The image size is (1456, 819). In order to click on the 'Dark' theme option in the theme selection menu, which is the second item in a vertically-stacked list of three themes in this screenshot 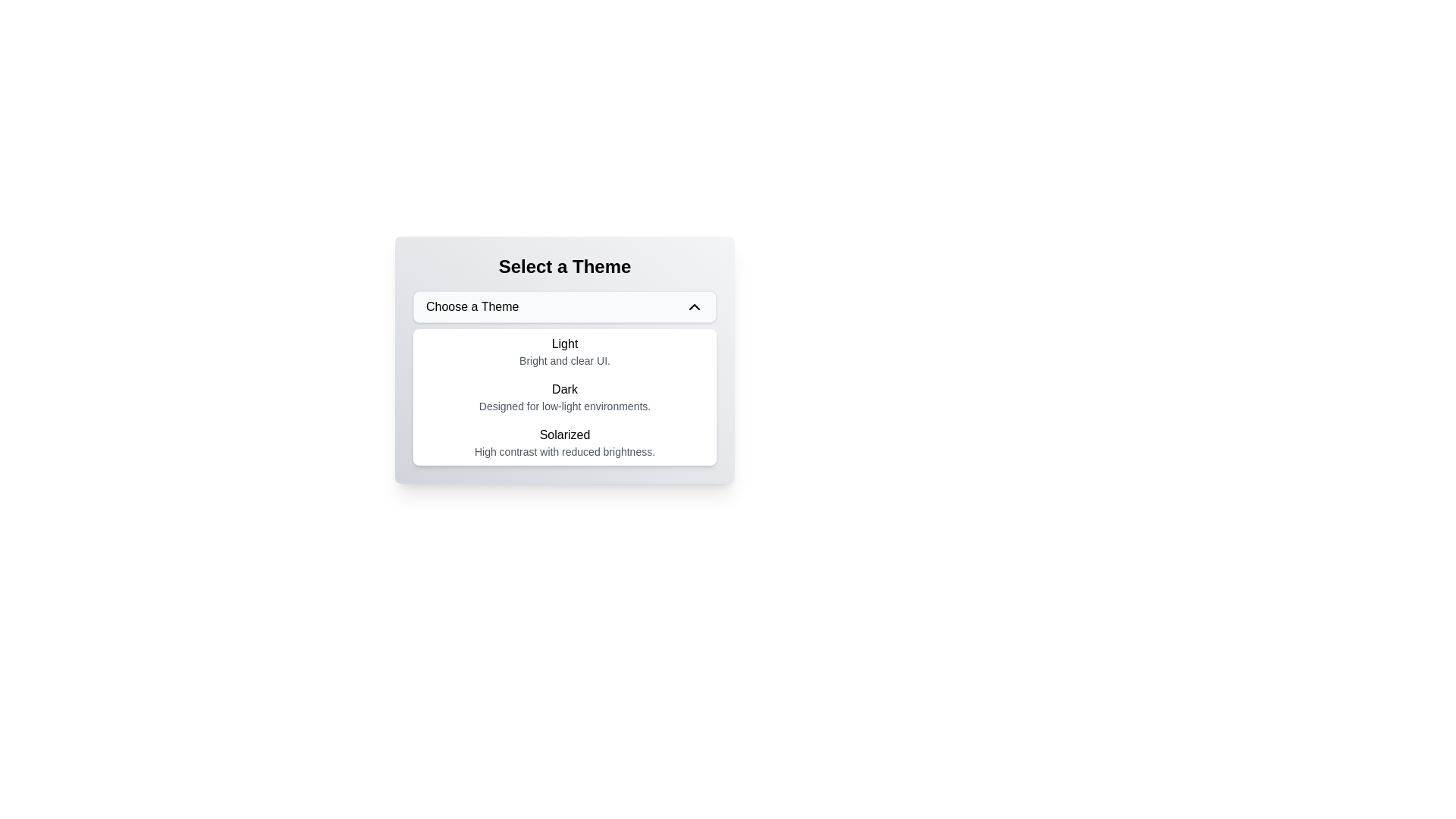, I will do `click(563, 397)`.